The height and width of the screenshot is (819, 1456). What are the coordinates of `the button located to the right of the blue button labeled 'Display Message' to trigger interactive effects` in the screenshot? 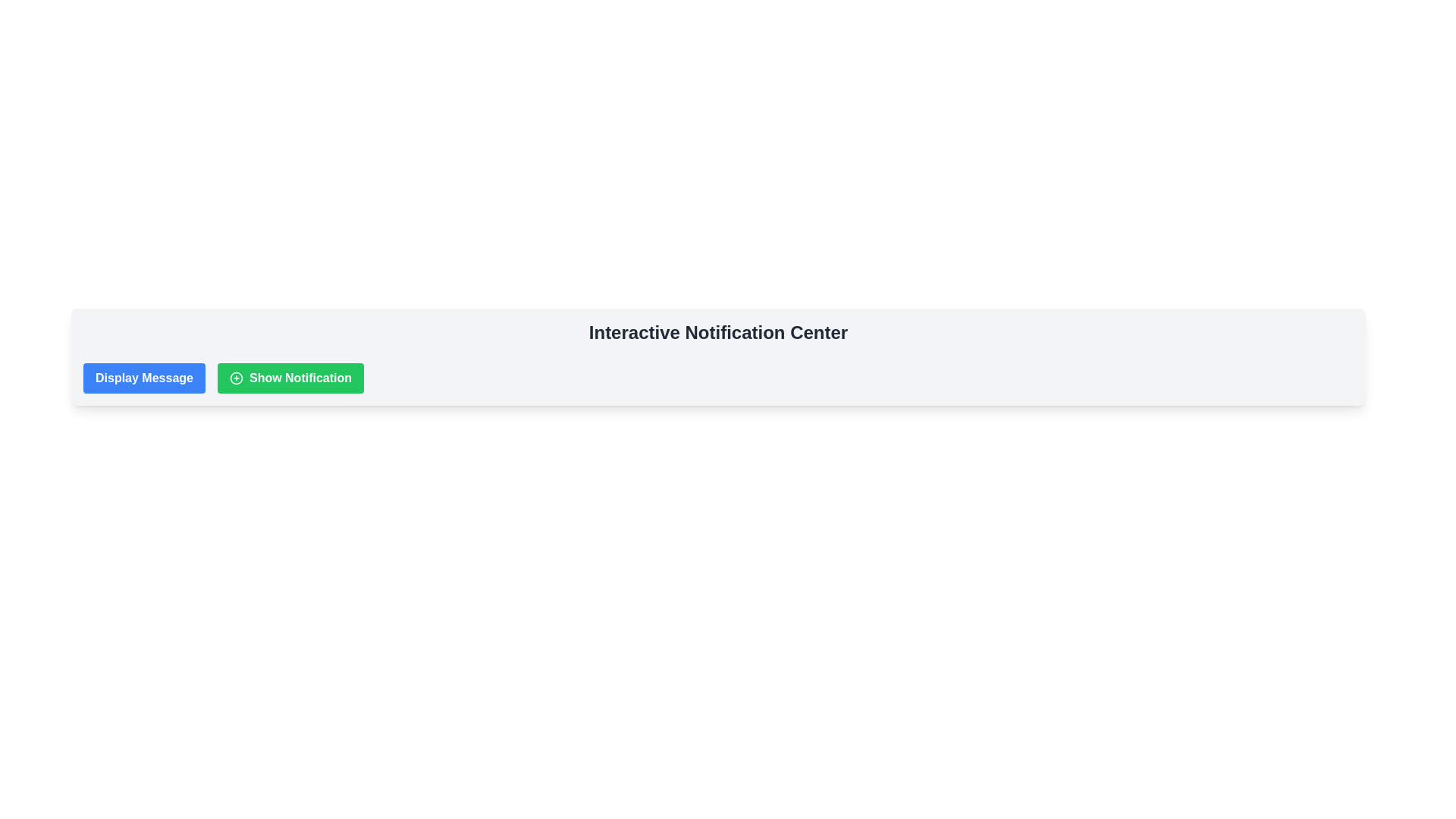 It's located at (290, 377).